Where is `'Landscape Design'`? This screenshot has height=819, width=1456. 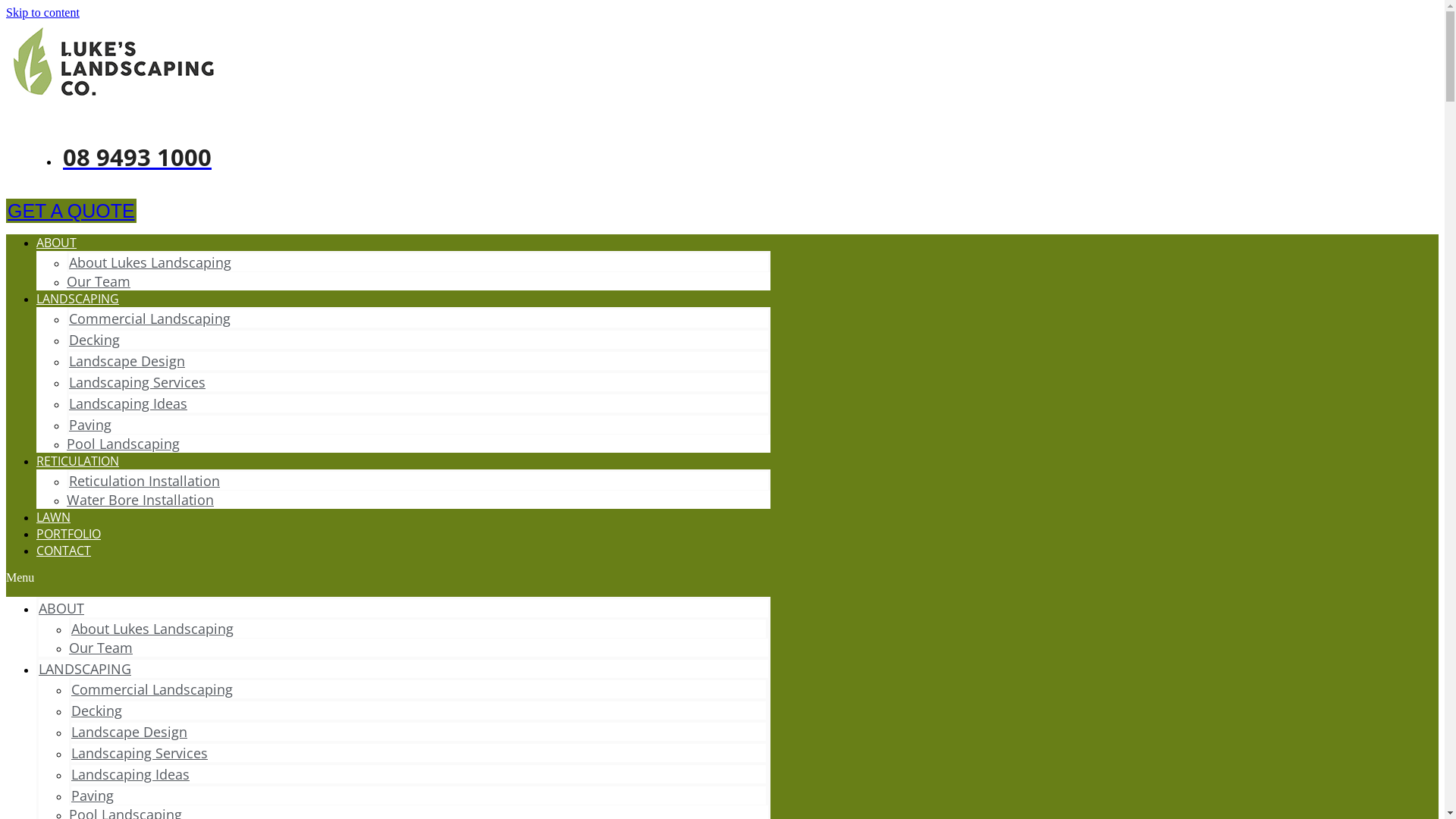
'Landscape Design' is located at coordinates (129, 730).